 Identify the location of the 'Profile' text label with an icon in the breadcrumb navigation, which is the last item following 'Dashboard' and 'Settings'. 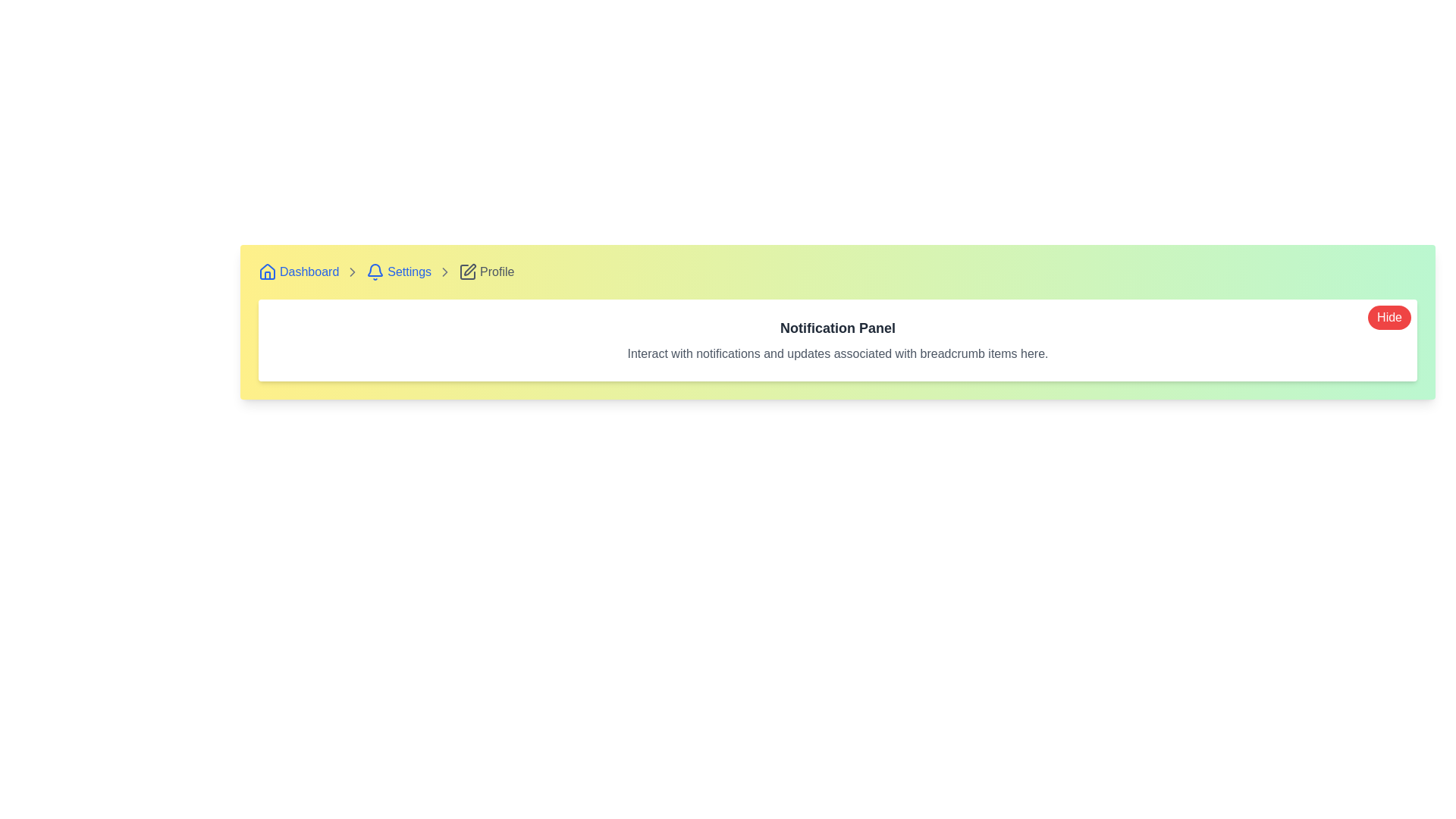
(486, 271).